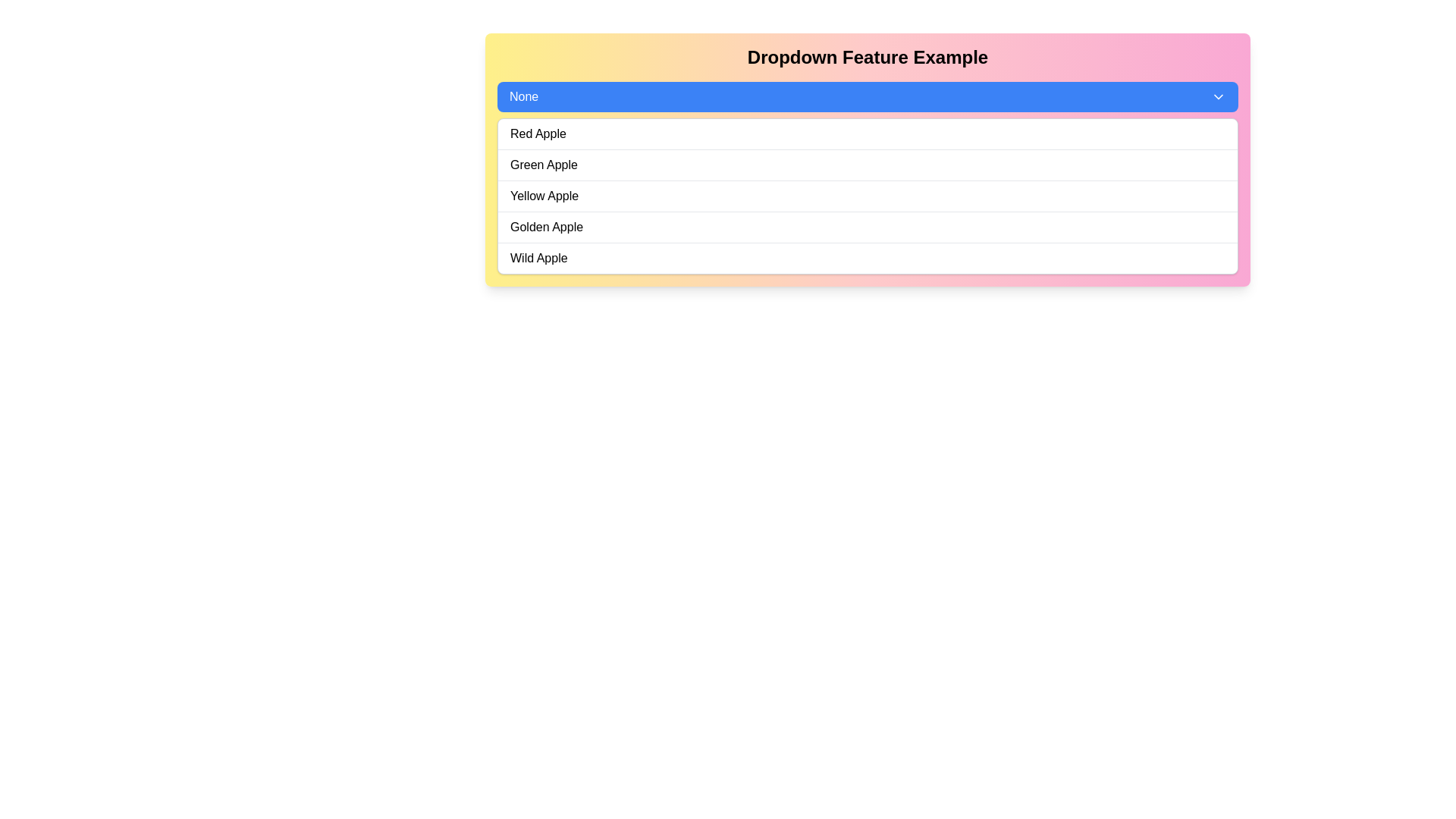 Image resolution: width=1456 pixels, height=819 pixels. I want to click on the downward-pointing chevron icon within the blue dropdown selection box by navigating, so click(1219, 96).